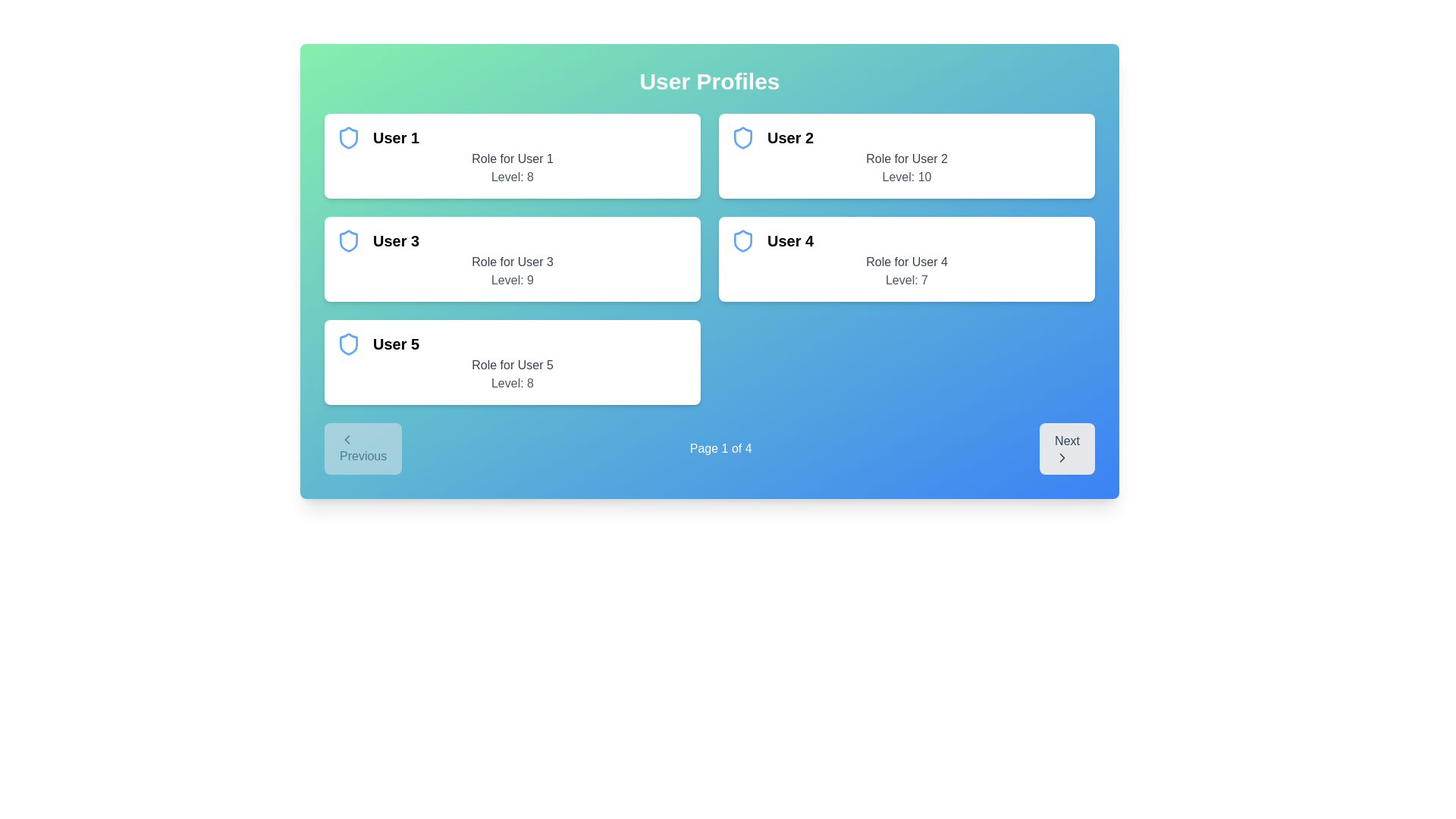 The width and height of the screenshot is (1456, 819). What do you see at coordinates (513, 177) in the screenshot?
I see `the static informational label indicating the level associated with 'User 1' within the card labeled 'User 1'` at bounding box center [513, 177].